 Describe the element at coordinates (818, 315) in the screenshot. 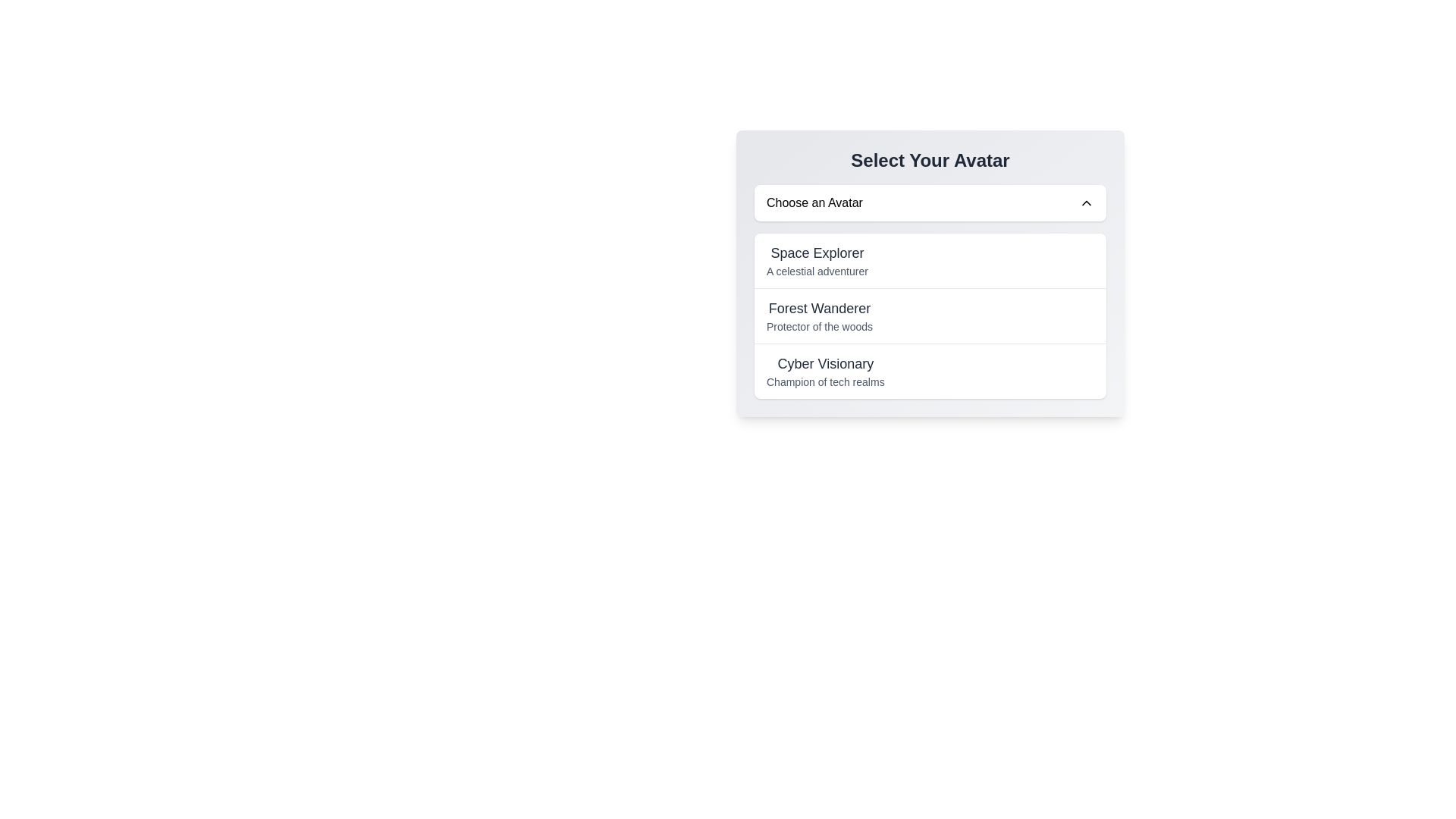

I see `text of the 'Forest Wanderer' avatar option, which is the second item in the 'Select Your Avatar' dropdown menu, to understand its meaning` at that location.